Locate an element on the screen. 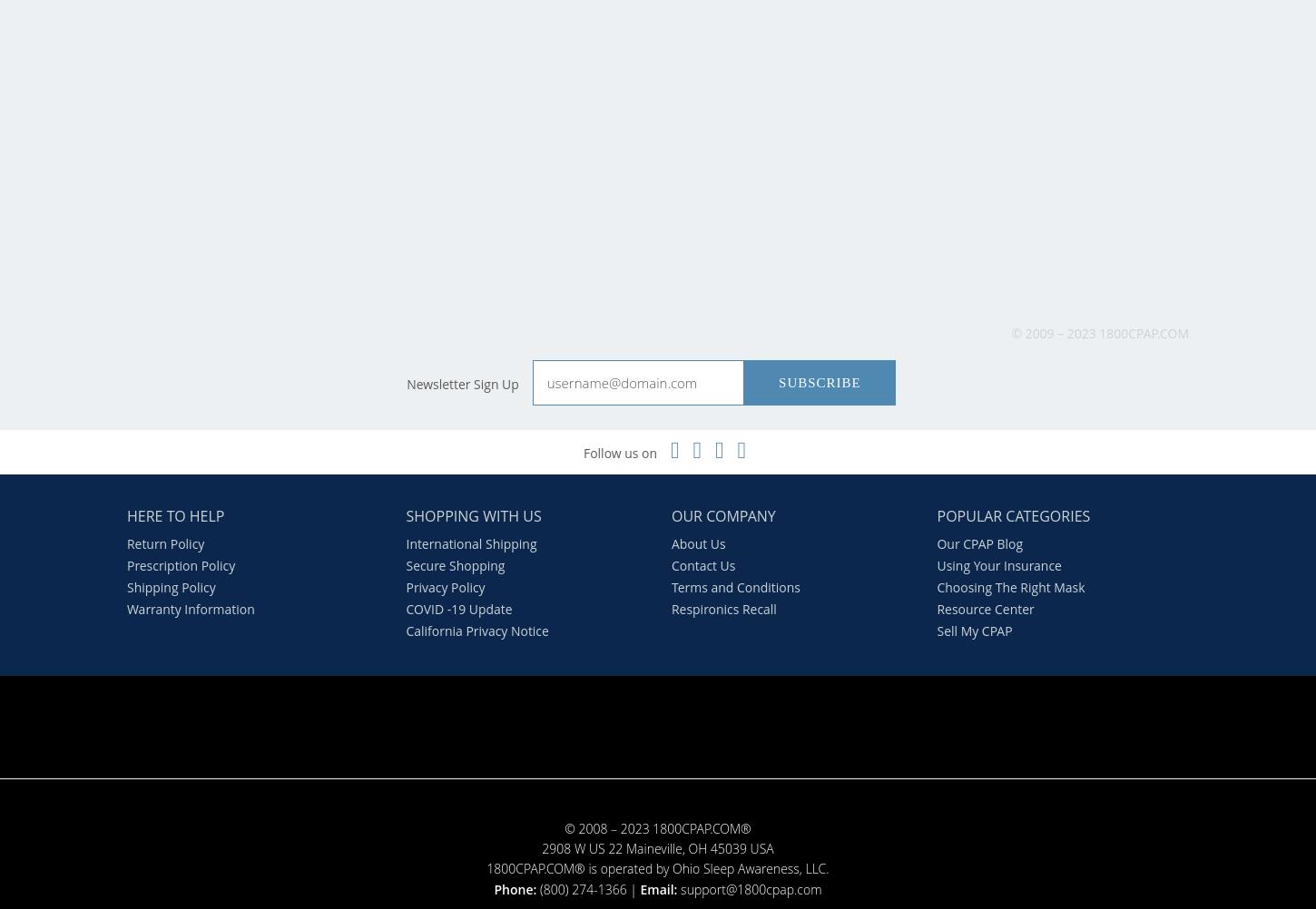 The width and height of the screenshot is (1316, 909). 'Choosing The Right Mask' is located at coordinates (1009, 585).